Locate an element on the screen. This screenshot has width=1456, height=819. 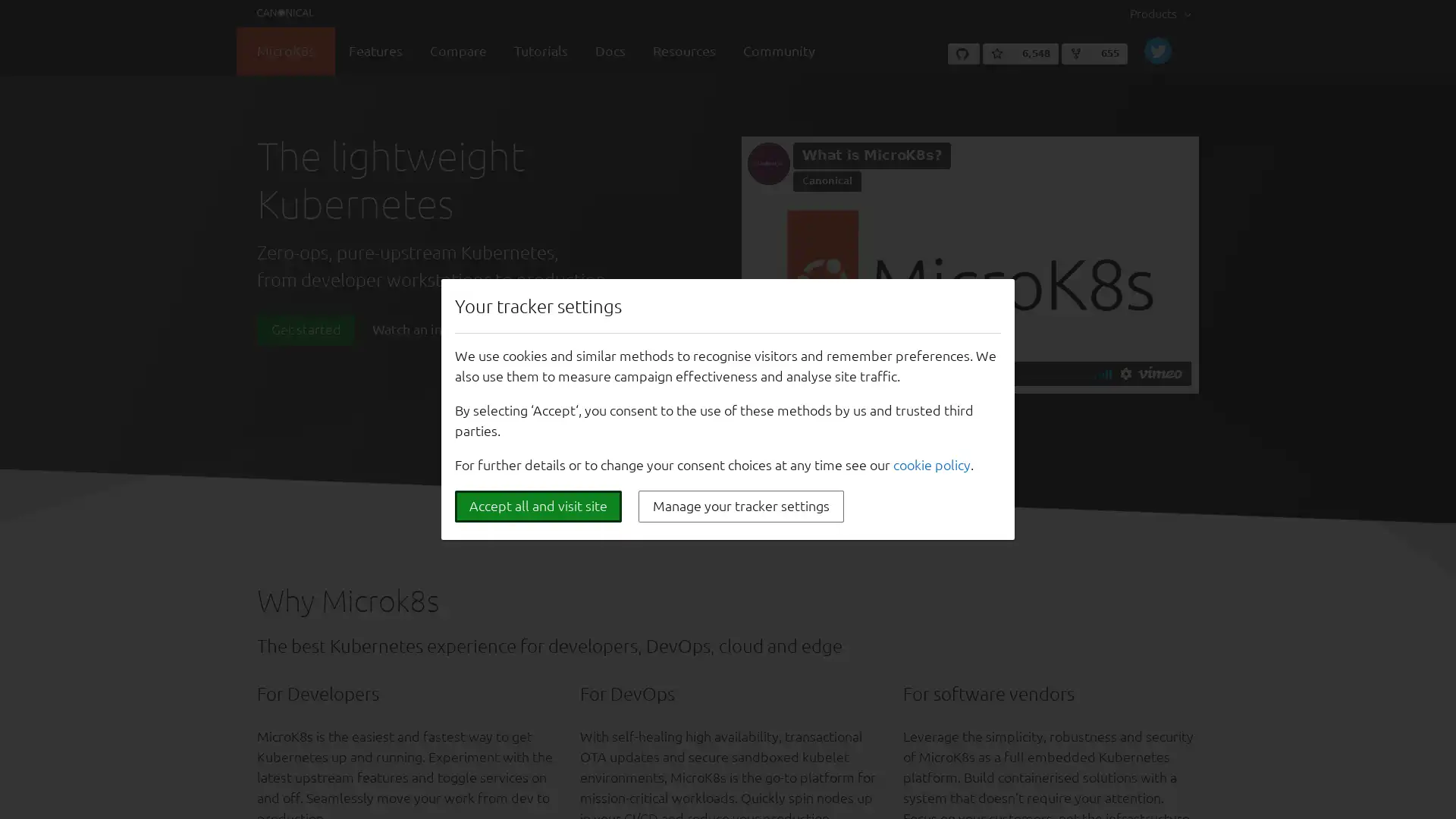
Accept all and visit site is located at coordinates (538, 506).